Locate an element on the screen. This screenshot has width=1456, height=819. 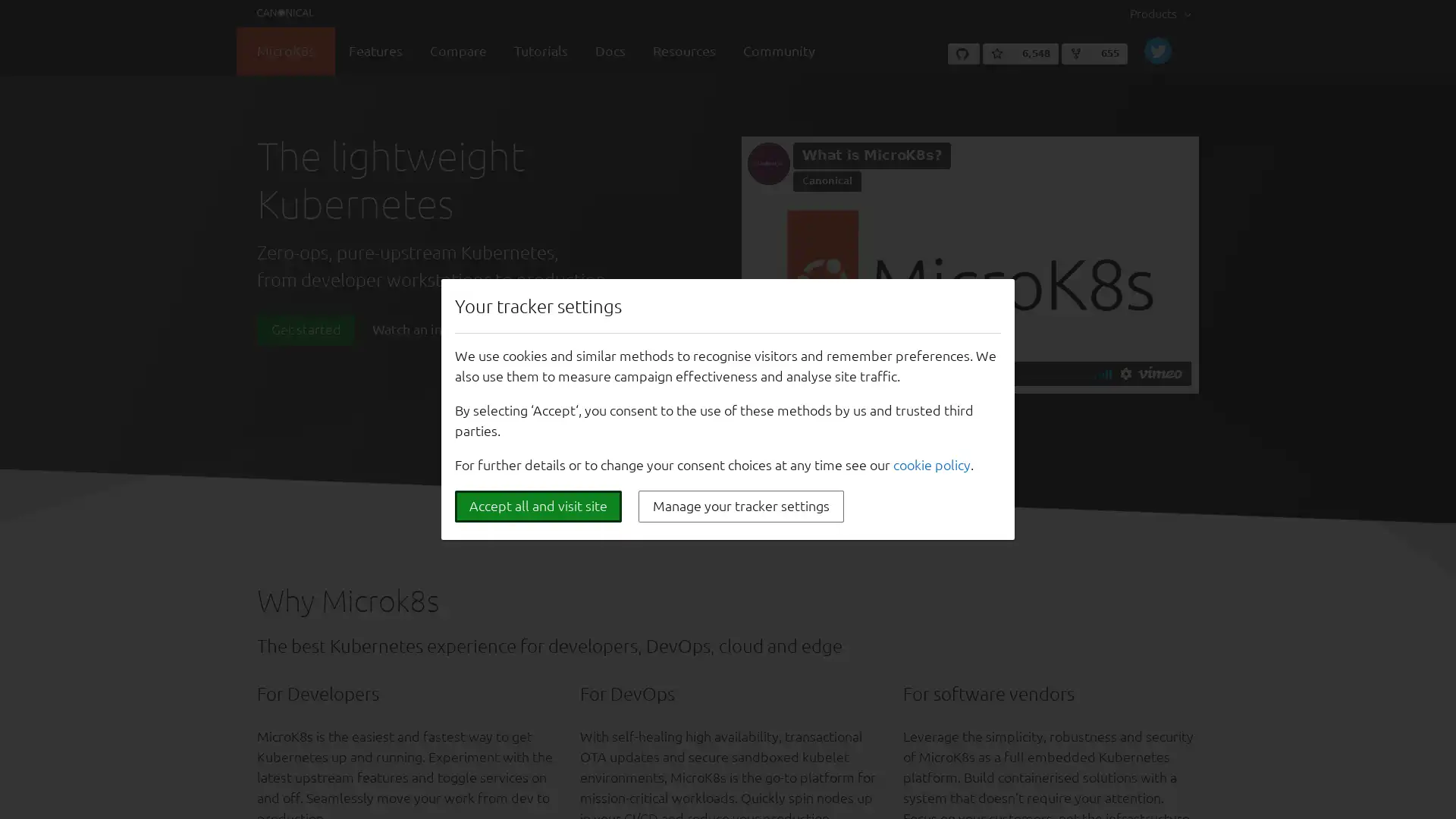
Accept all and visit site is located at coordinates (538, 506).